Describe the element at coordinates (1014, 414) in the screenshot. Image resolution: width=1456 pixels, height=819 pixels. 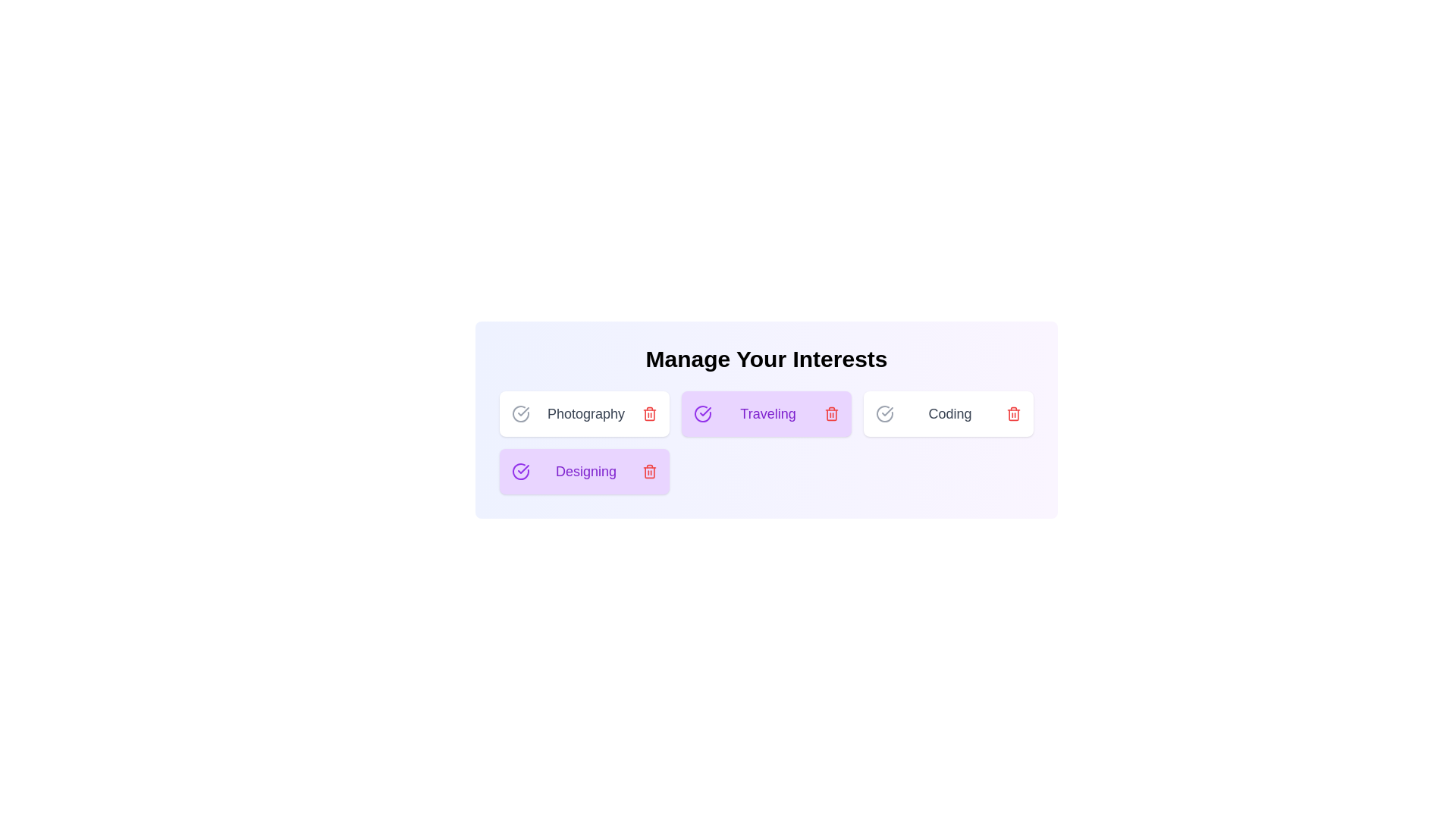
I see `delete icon for the chip labeled 'Coding' to remove it` at that location.